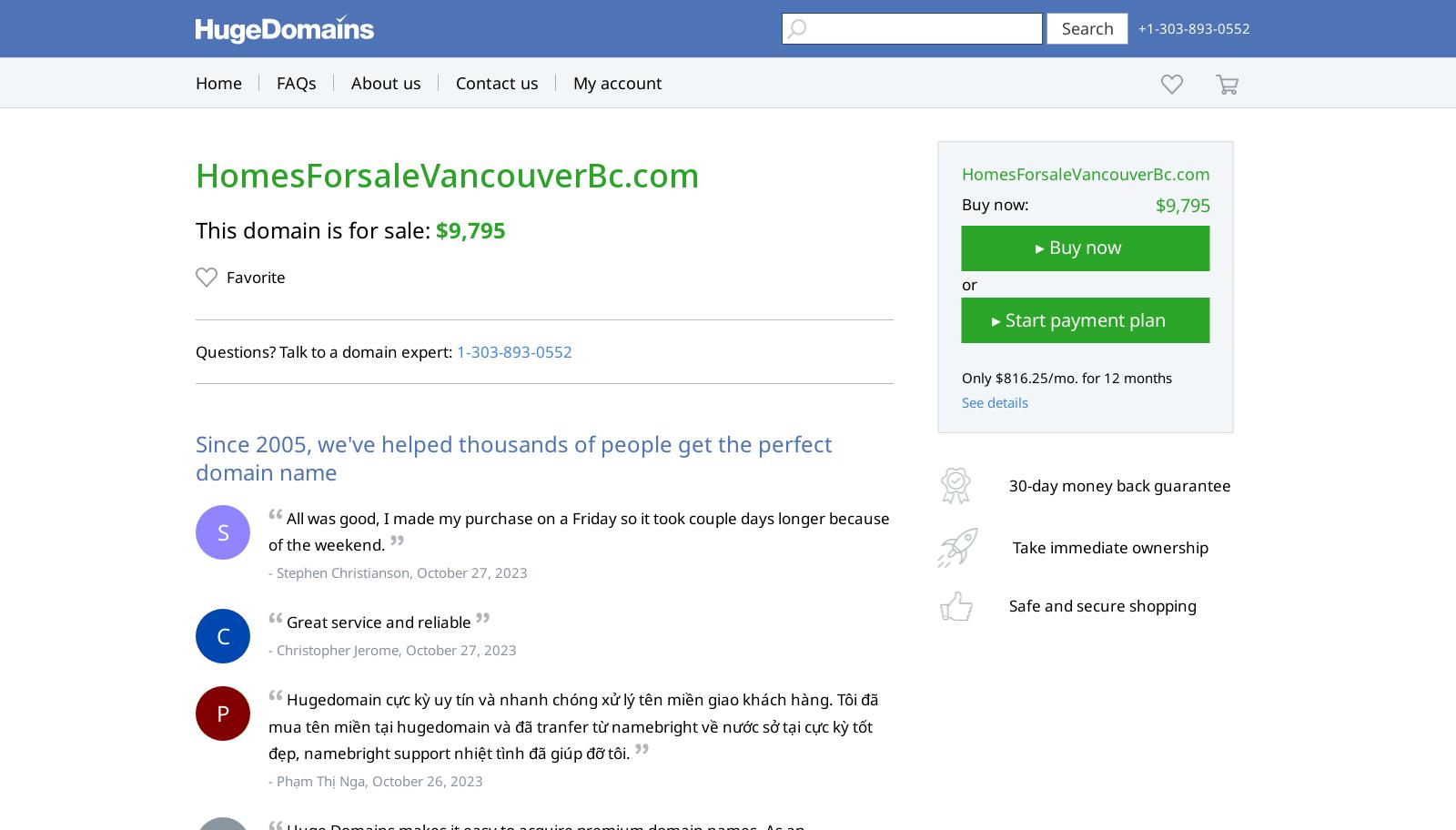  I want to click on 'C', so click(222, 634).